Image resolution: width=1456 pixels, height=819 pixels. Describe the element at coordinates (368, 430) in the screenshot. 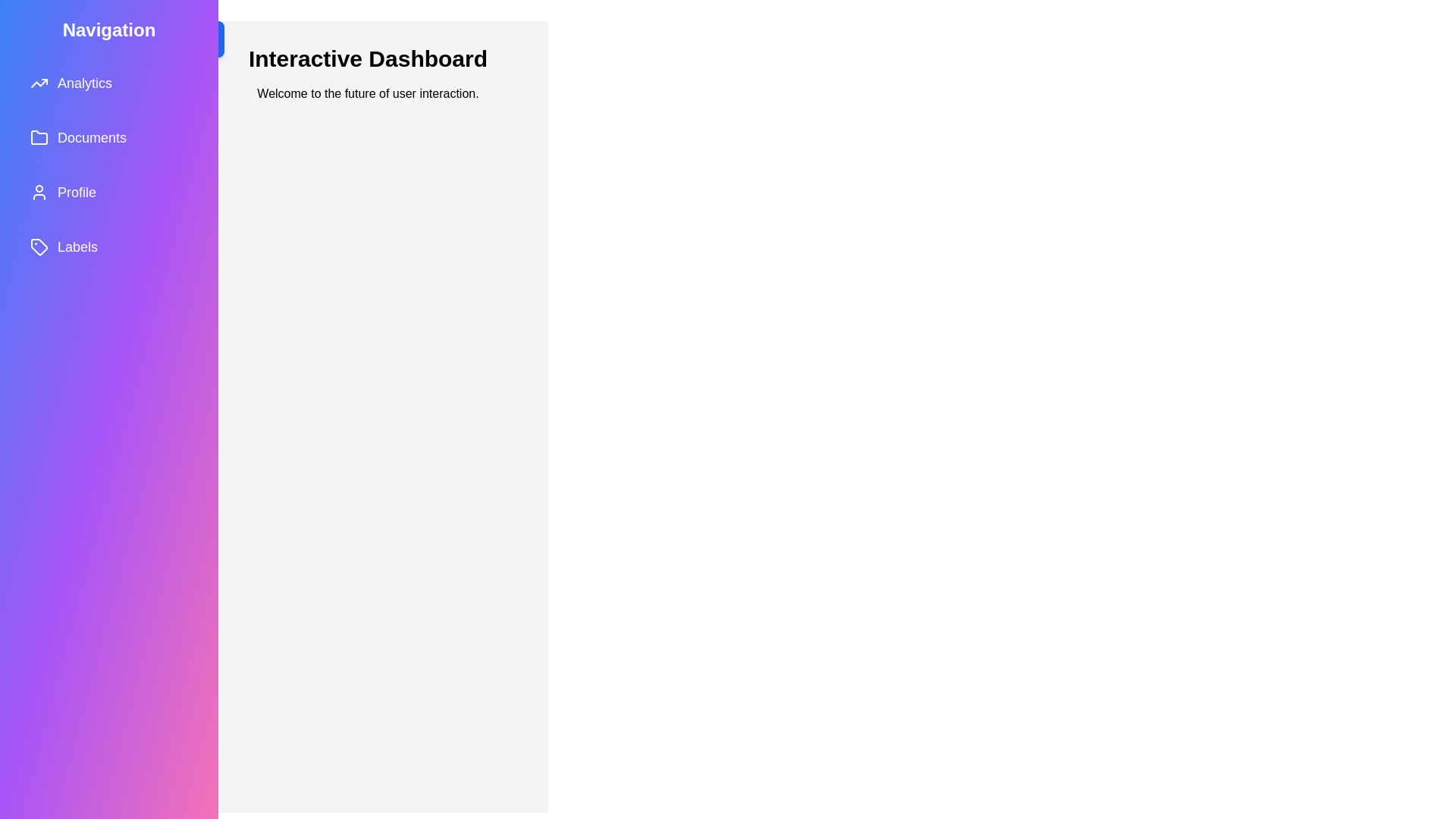

I see `the main content area to interact with it` at that location.